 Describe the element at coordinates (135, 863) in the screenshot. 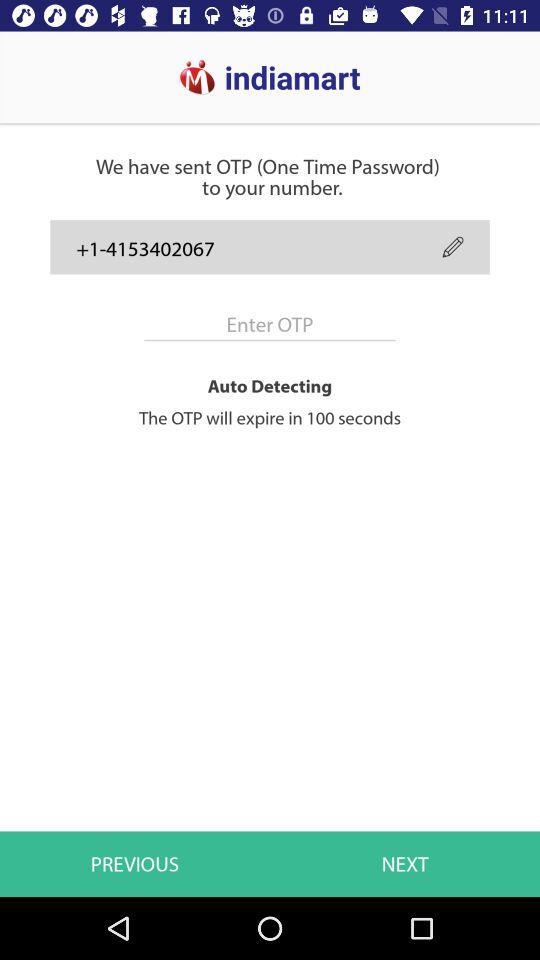

I see `icon at the bottom left corner` at that location.